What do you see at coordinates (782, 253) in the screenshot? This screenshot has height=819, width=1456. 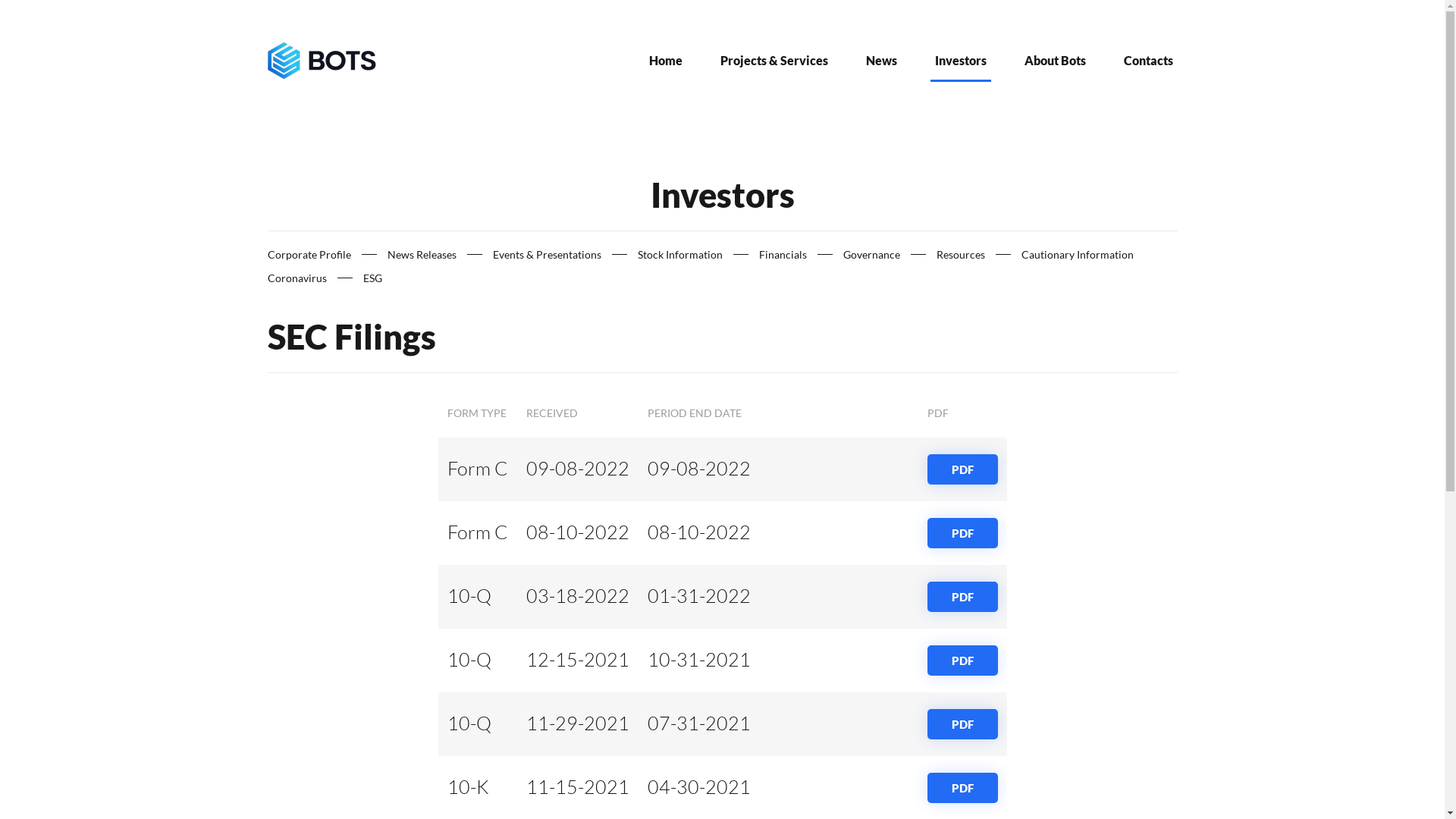 I see `'Financials'` at bounding box center [782, 253].